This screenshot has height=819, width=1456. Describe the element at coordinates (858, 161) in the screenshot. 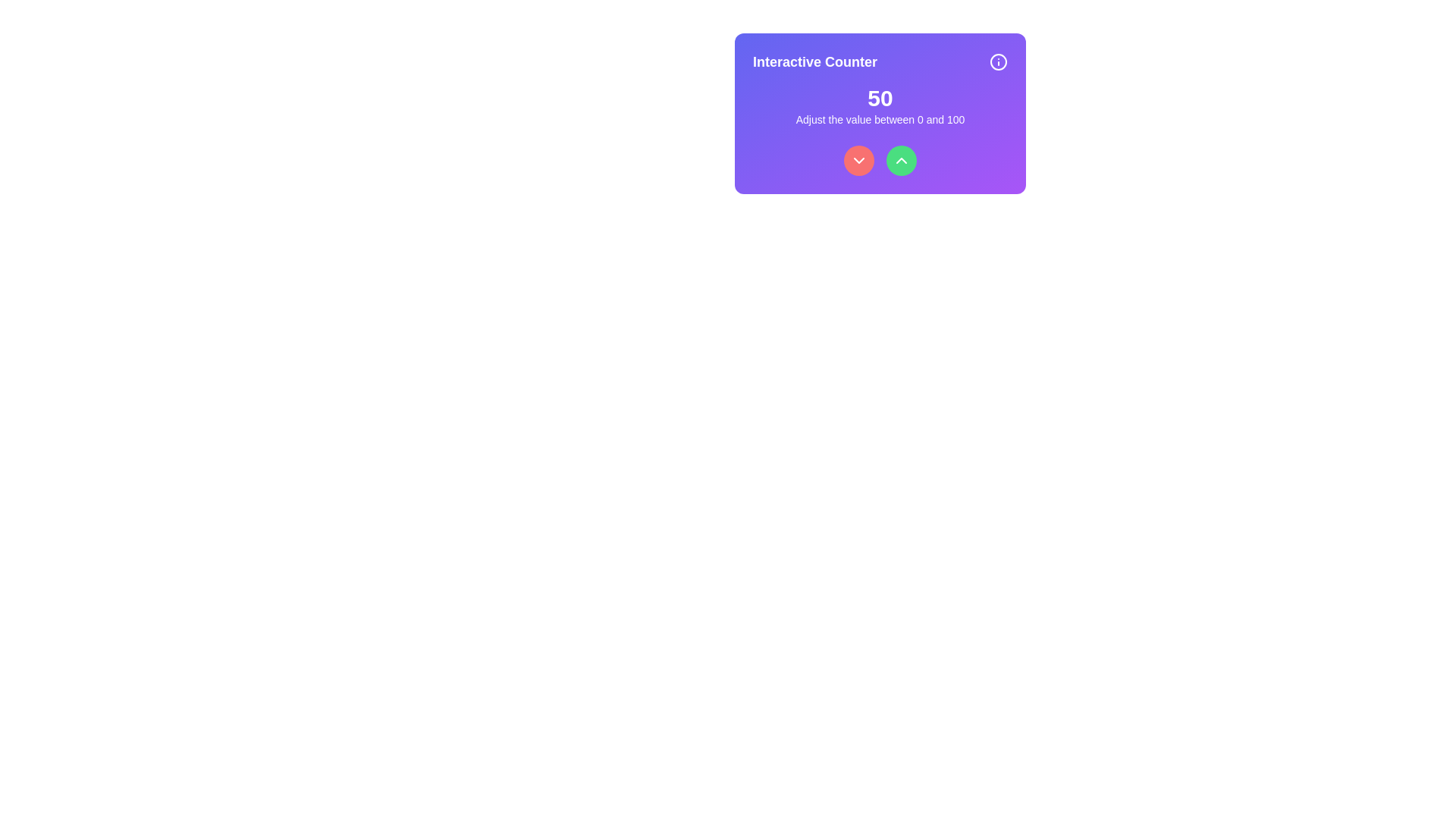

I see `the circular red button with a downward-facing chevron icon to decrease the value` at that location.